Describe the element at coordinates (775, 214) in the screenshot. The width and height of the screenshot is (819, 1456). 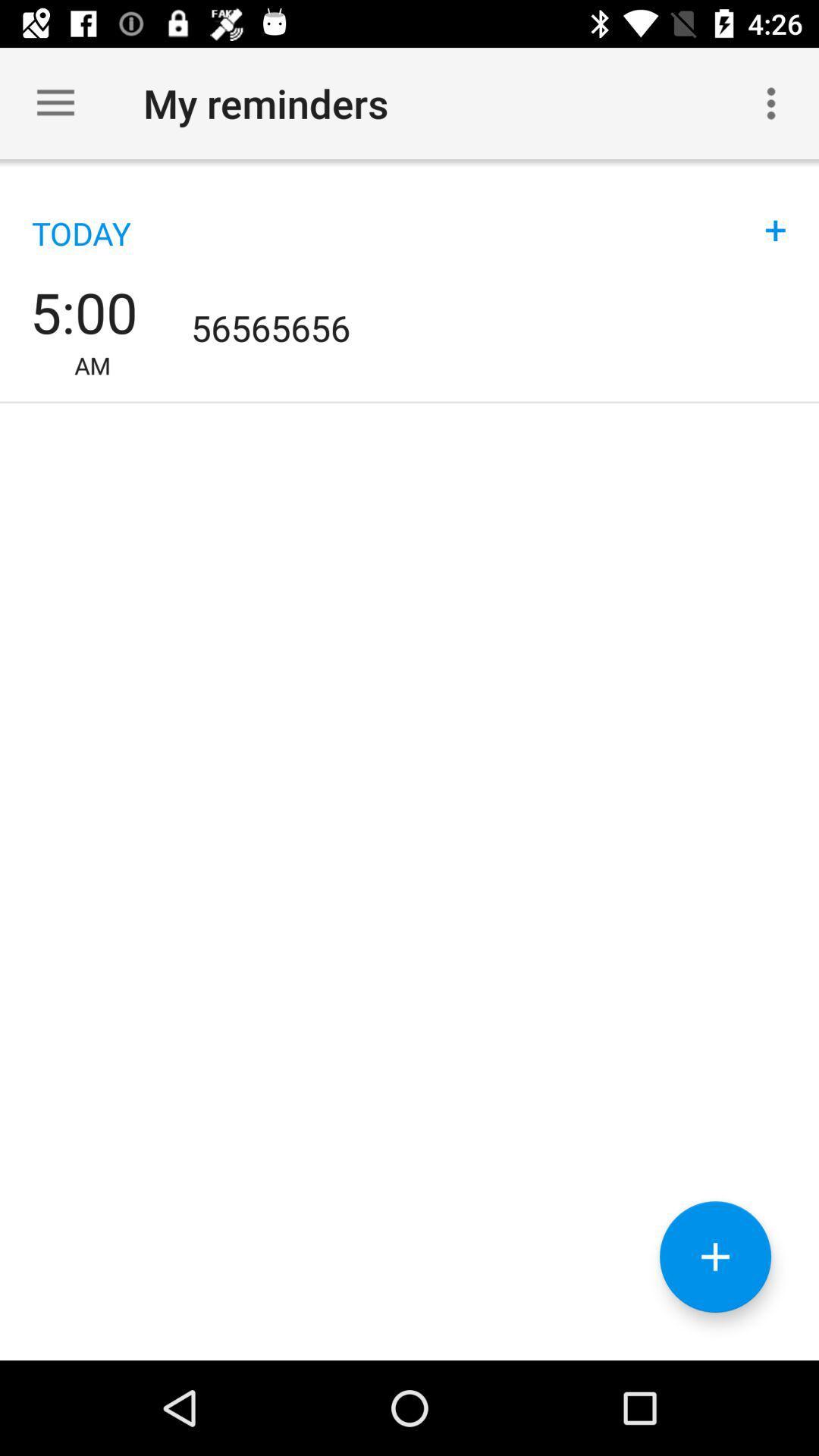
I see `item to the right of today` at that location.